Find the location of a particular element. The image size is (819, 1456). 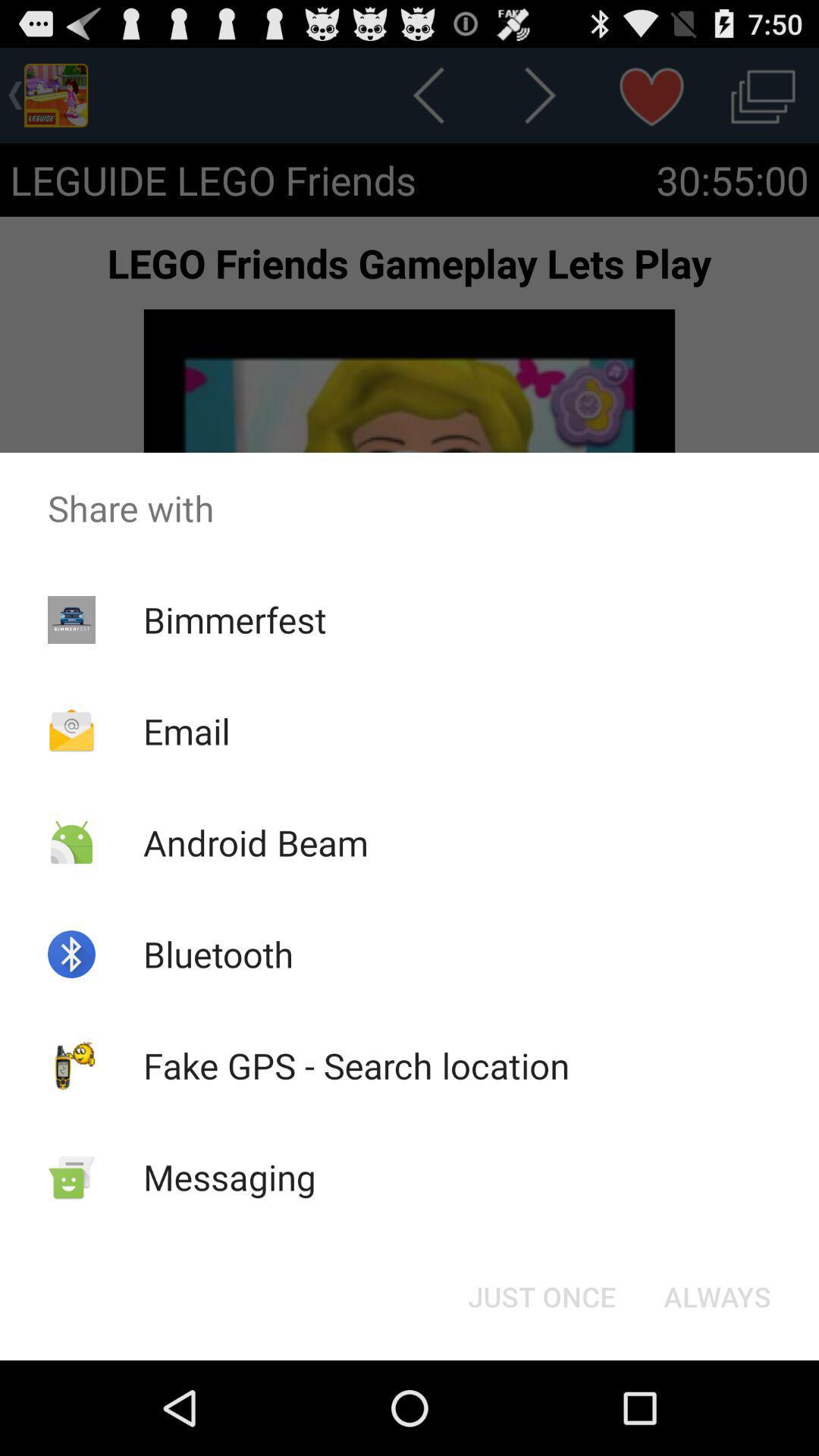

the fake gps search is located at coordinates (356, 1065).